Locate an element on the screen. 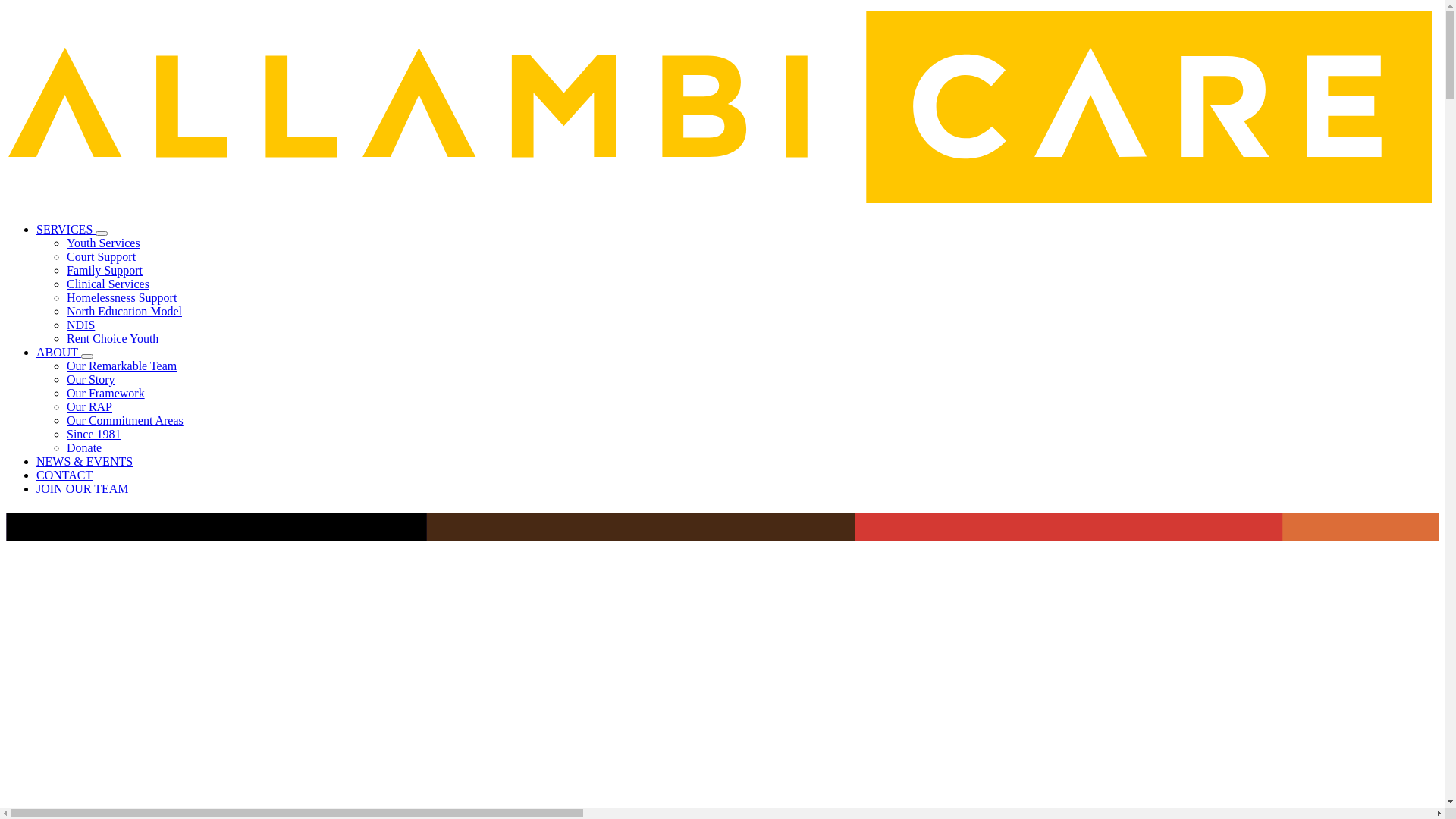  'Our RAP' is located at coordinates (89, 406).